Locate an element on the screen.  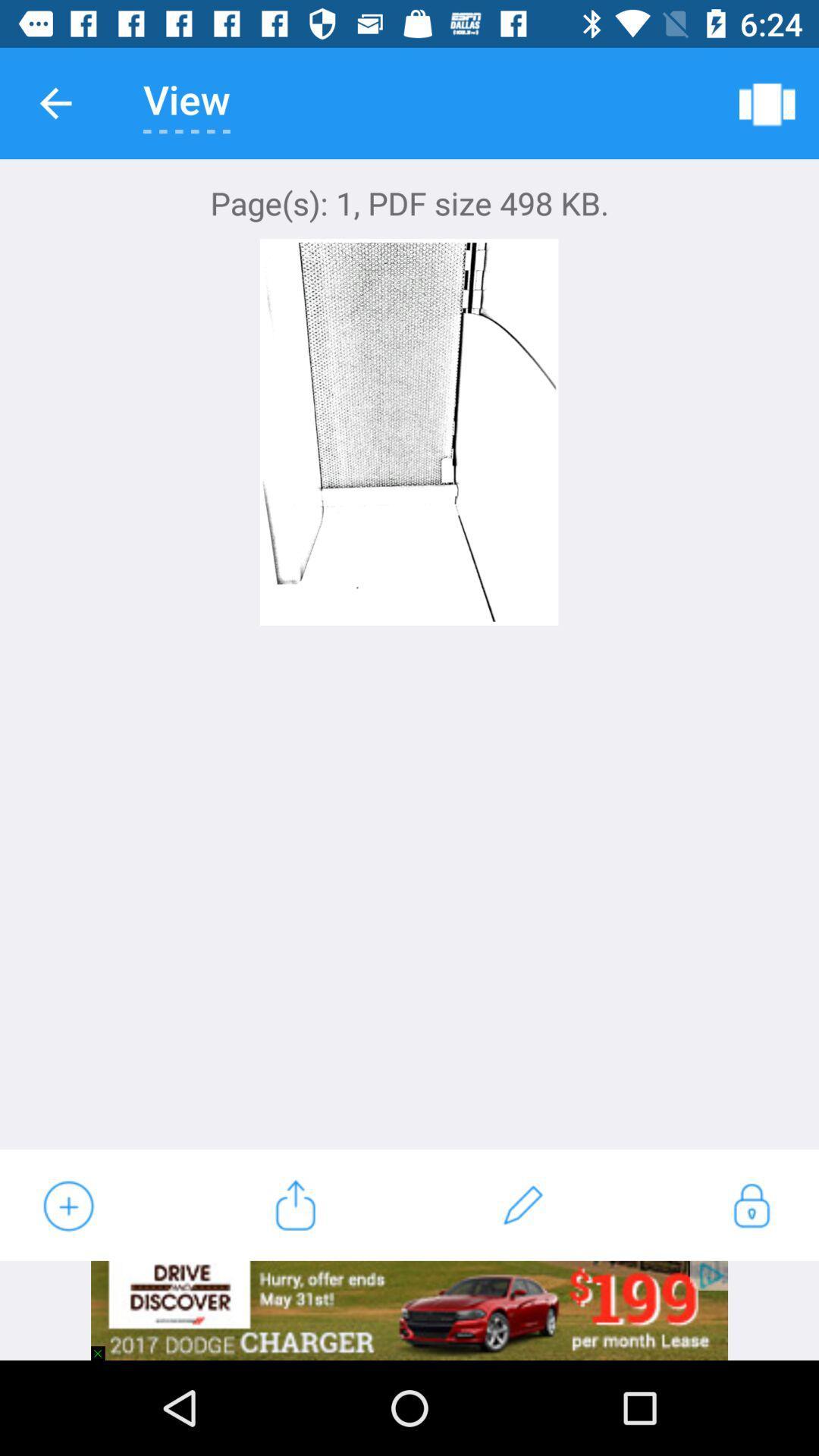
the edit icon is located at coordinates (522, 1204).